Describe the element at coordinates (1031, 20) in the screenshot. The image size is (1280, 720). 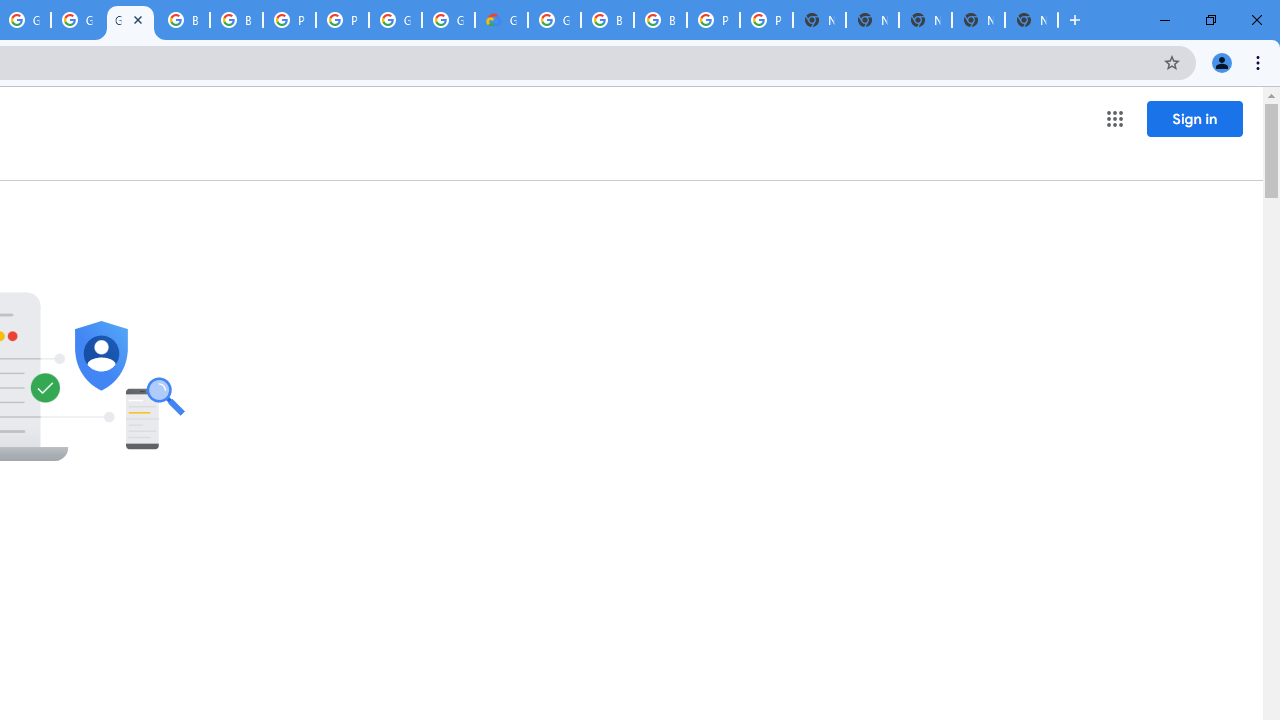
I see `'New Tab'` at that location.